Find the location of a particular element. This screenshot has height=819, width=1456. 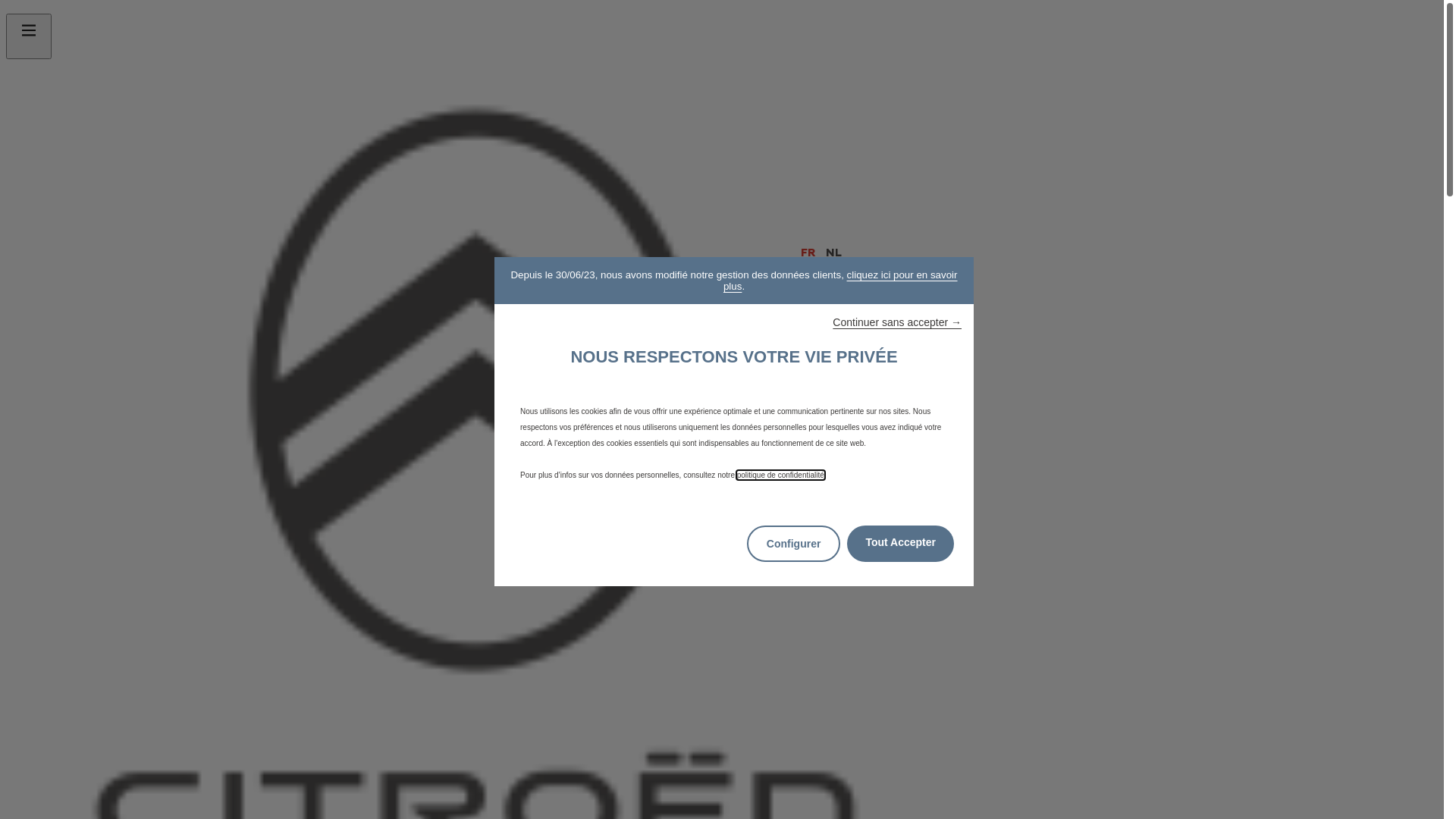

'Configurer' is located at coordinates (746, 543).